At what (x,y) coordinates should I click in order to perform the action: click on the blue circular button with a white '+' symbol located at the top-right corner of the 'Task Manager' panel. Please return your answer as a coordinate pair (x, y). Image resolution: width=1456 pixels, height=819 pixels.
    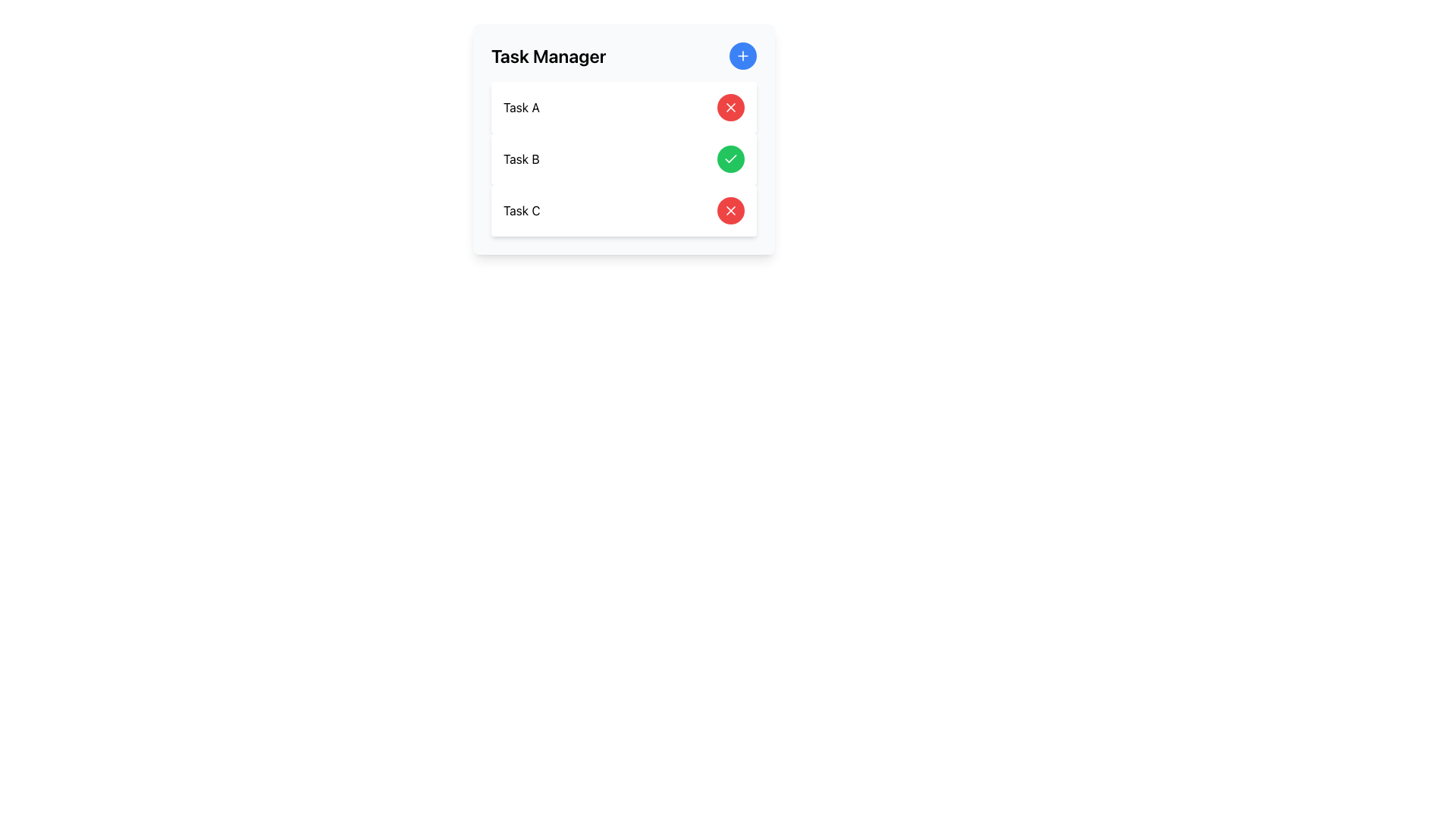
    Looking at the image, I should click on (742, 55).